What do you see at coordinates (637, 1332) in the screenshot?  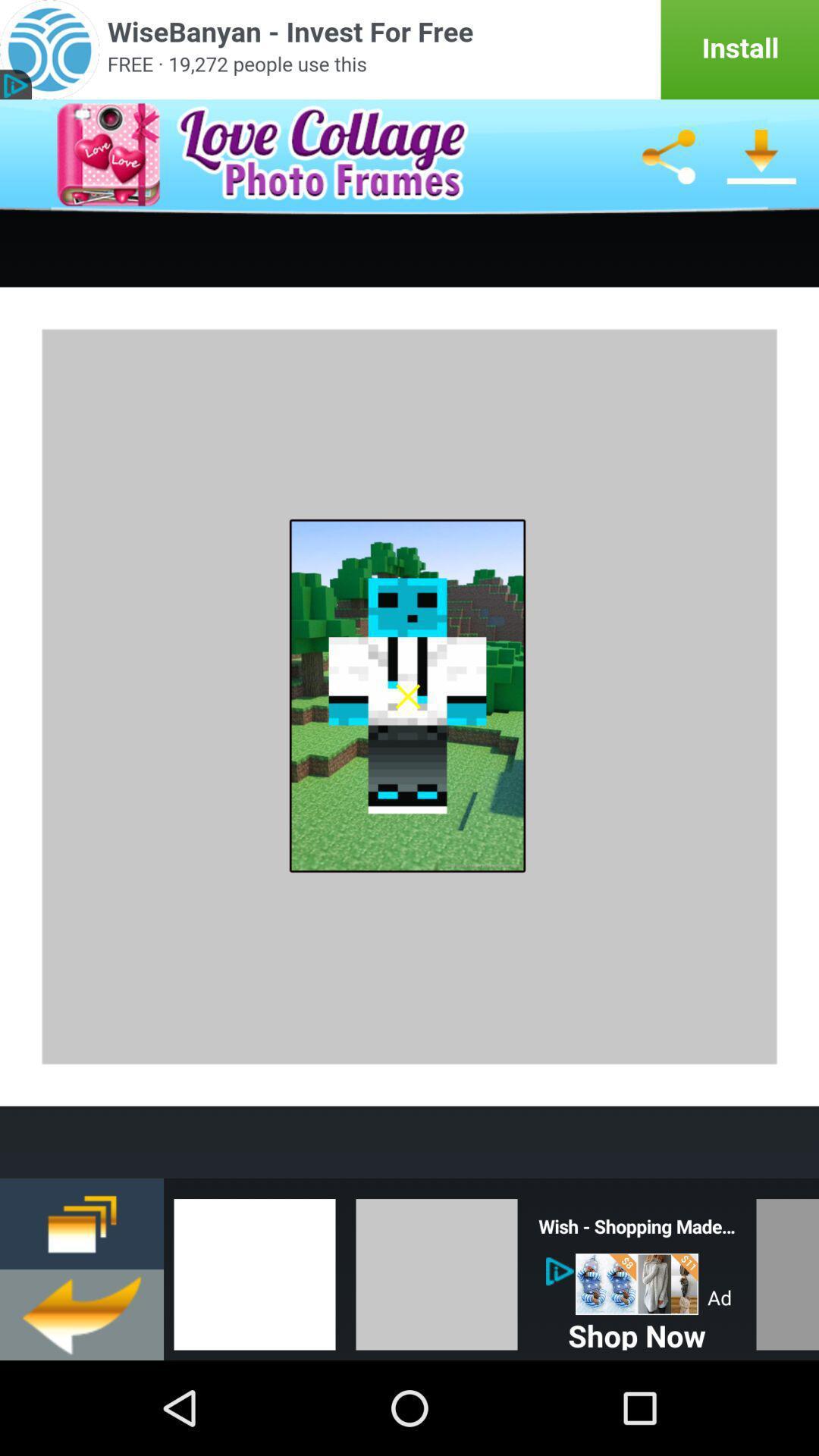 I see `the shop now` at bounding box center [637, 1332].